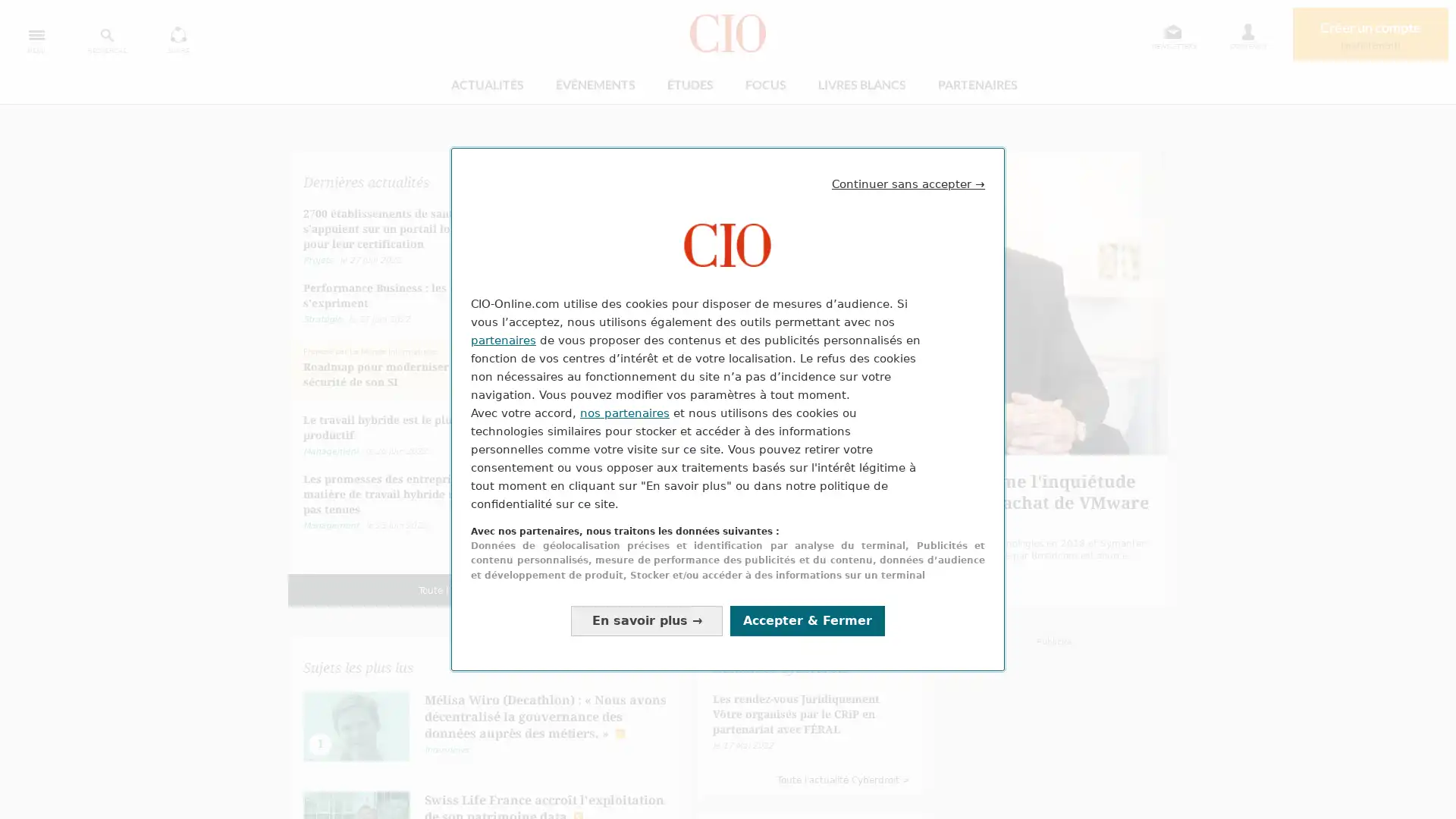  Describe the element at coordinates (647, 620) in the screenshot. I see `Configurer vos consentements` at that location.